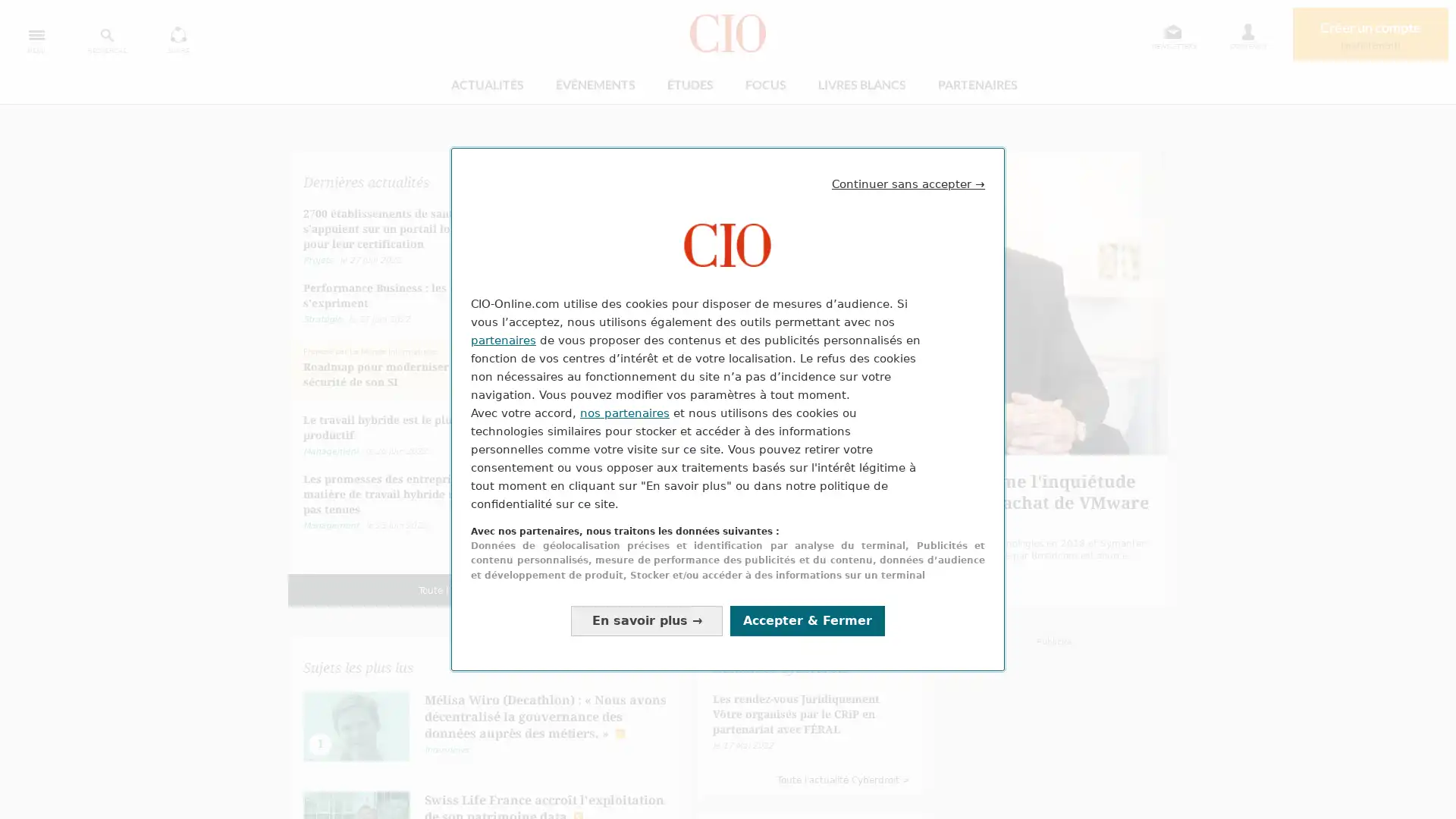  Describe the element at coordinates (647, 620) in the screenshot. I see `Configurer vos consentements` at that location.